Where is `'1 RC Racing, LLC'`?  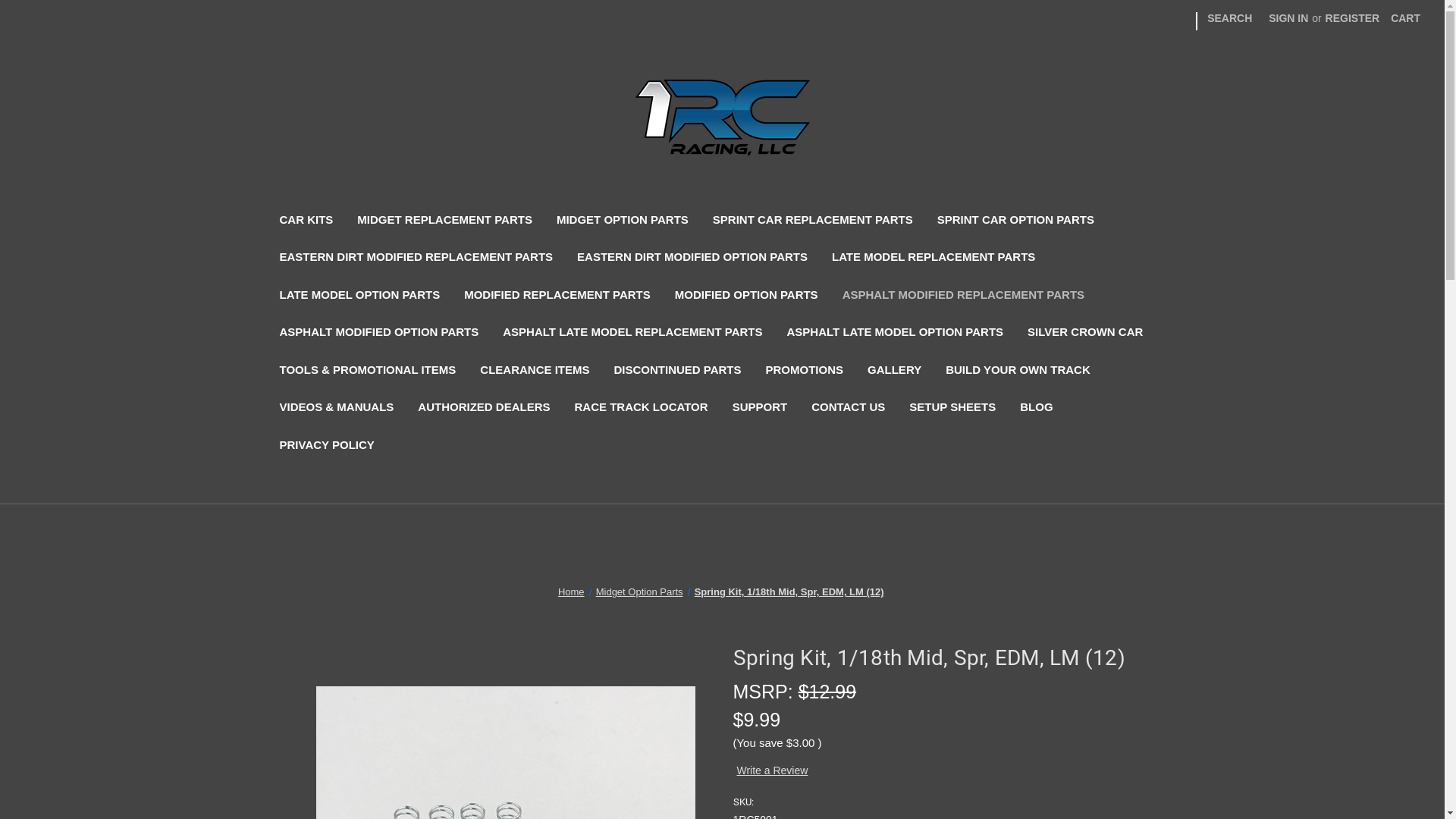
'1 RC Racing, LLC' is located at coordinates (722, 116).